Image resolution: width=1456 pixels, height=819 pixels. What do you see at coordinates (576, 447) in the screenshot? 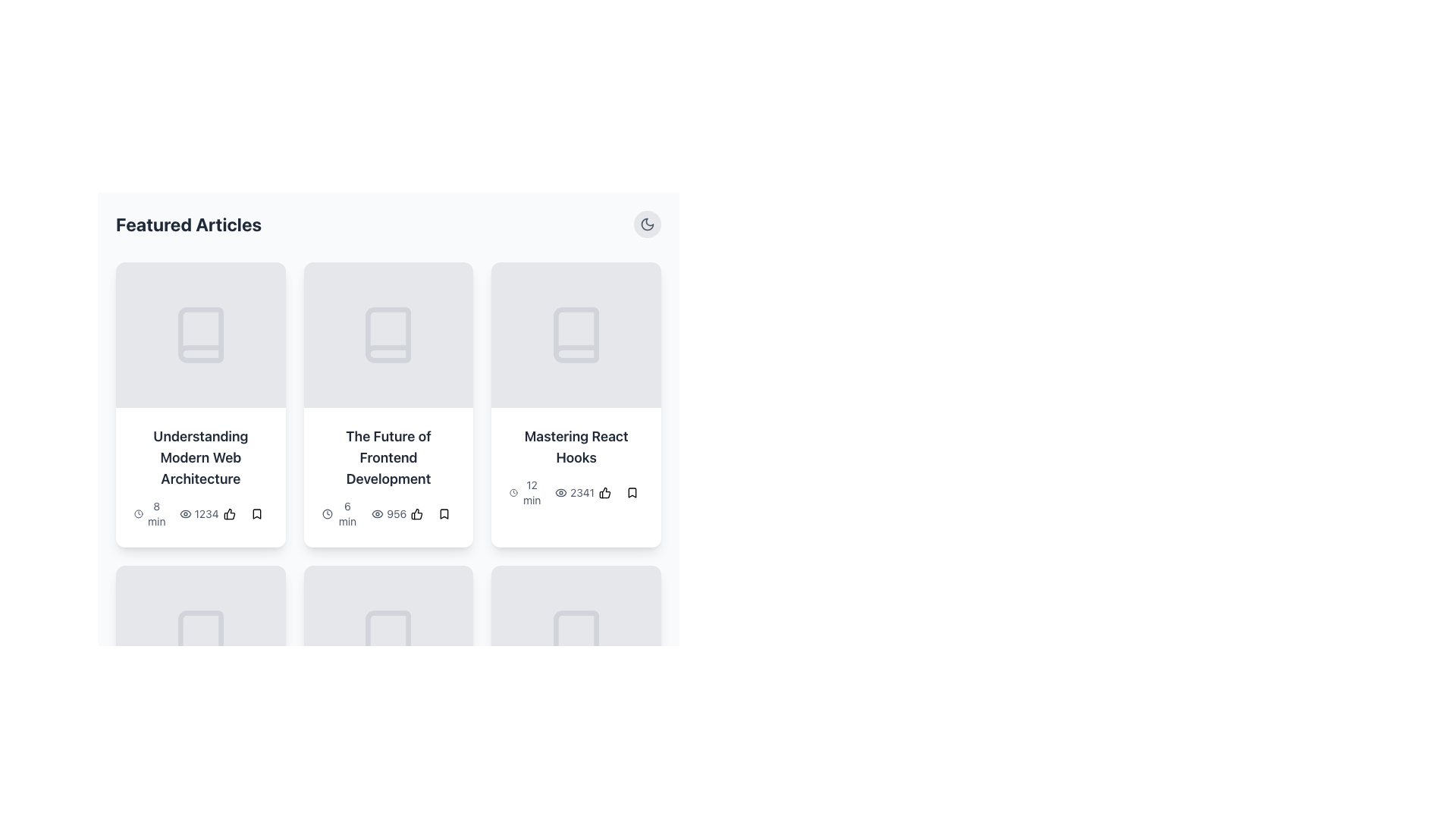
I see `the text label 'Mastering React Hooks' which is displayed in a larger, bold font centered at the top of the third card` at bounding box center [576, 447].